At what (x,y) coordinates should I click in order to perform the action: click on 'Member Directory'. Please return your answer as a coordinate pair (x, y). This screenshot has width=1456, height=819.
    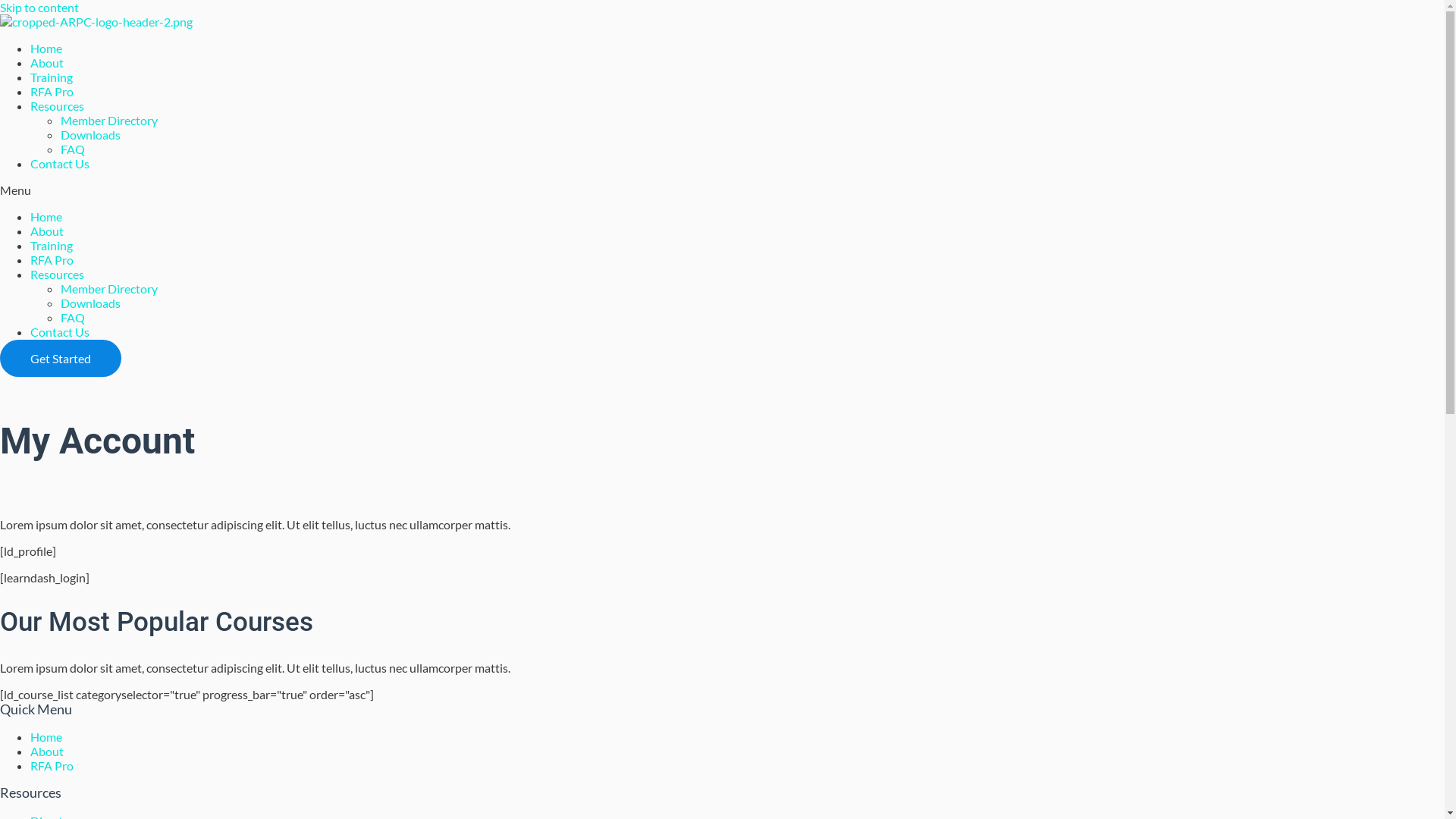
    Looking at the image, I should click on (61, 288).